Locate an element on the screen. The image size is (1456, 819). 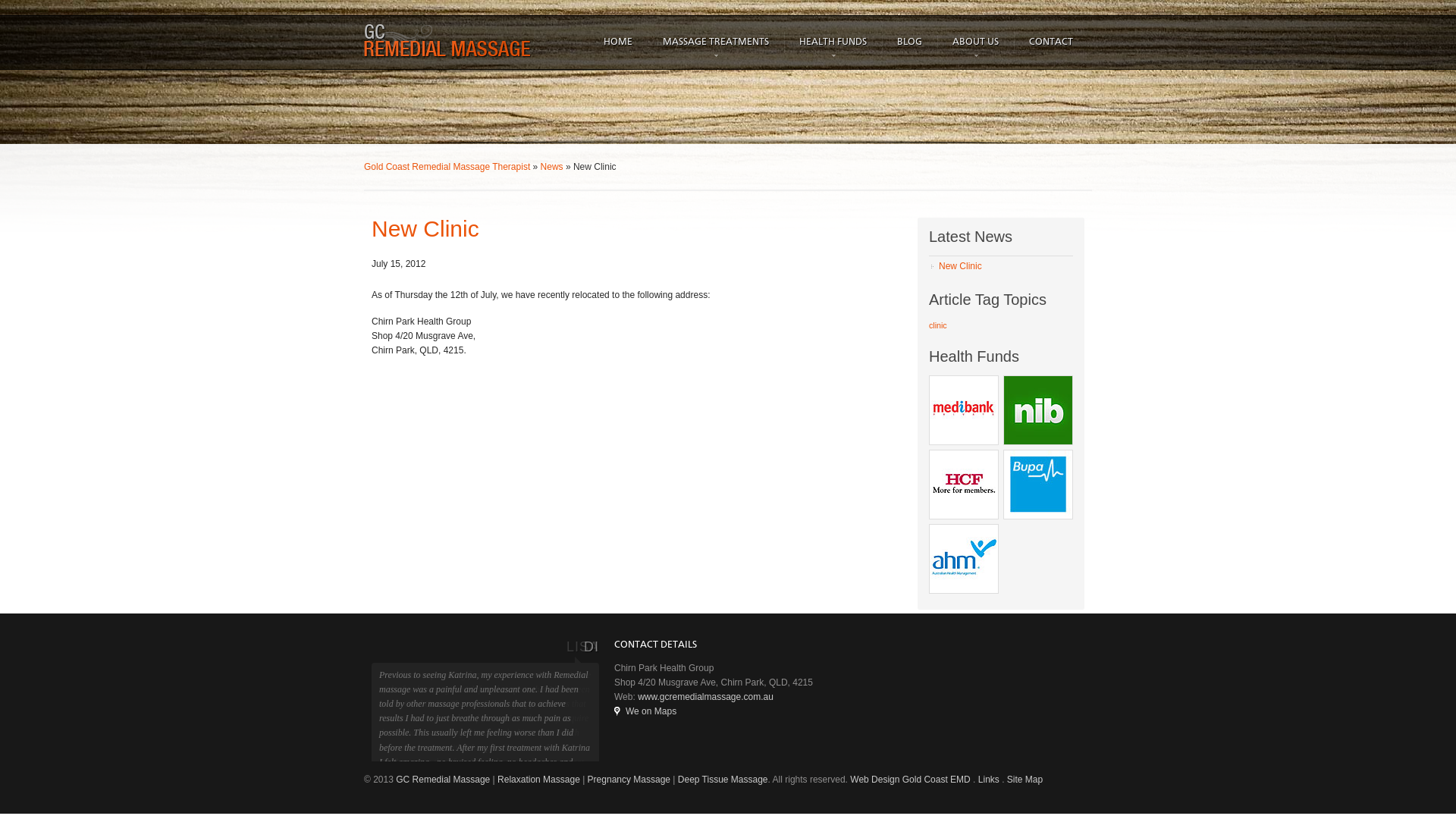
'Links' is located at coordinates (978, 780).